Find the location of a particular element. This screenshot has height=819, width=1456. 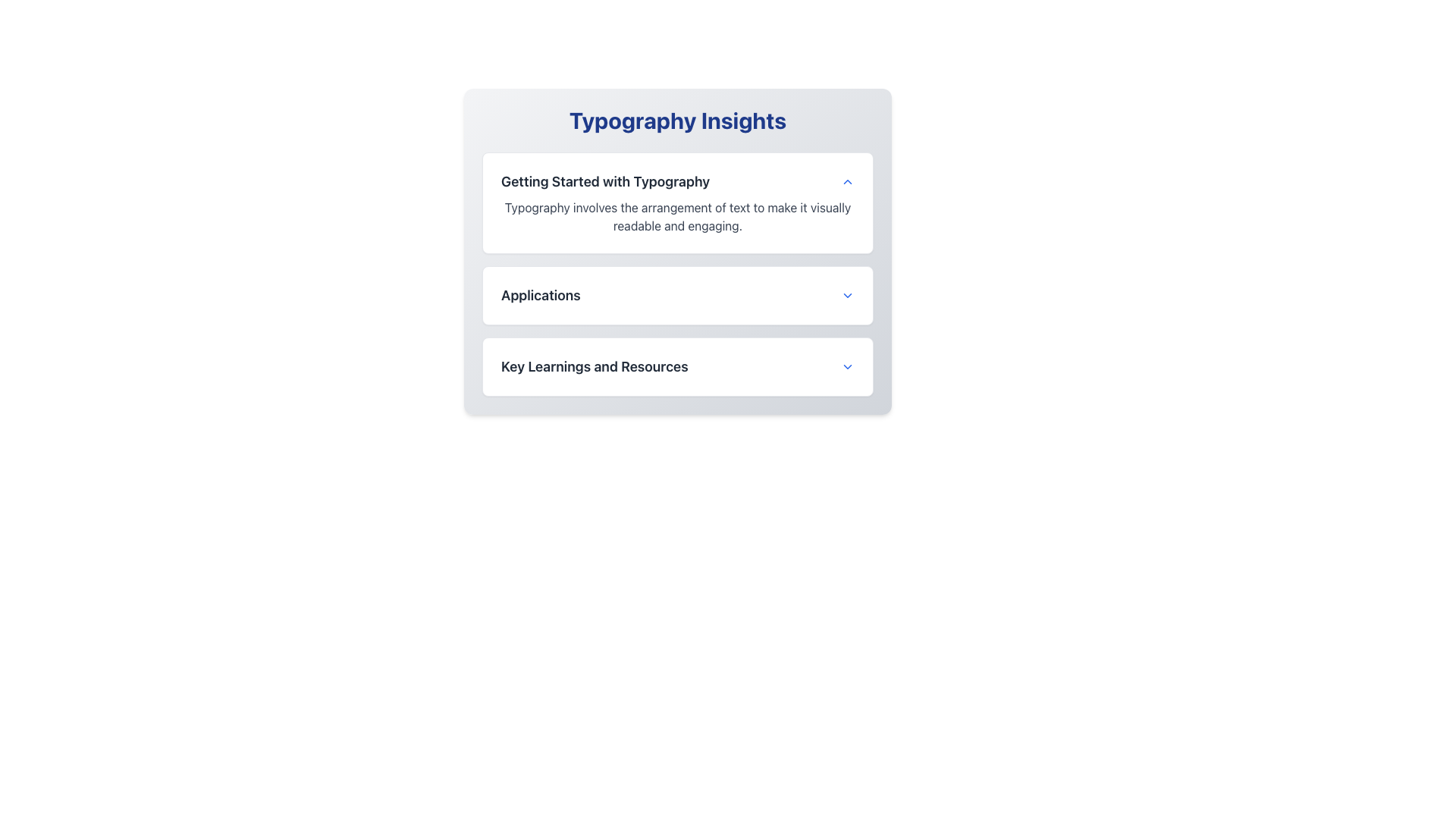

text content of the collapsible section header titled 'Getting Started with Typography' which includes a description about typography is located at coordinates (676, 202).